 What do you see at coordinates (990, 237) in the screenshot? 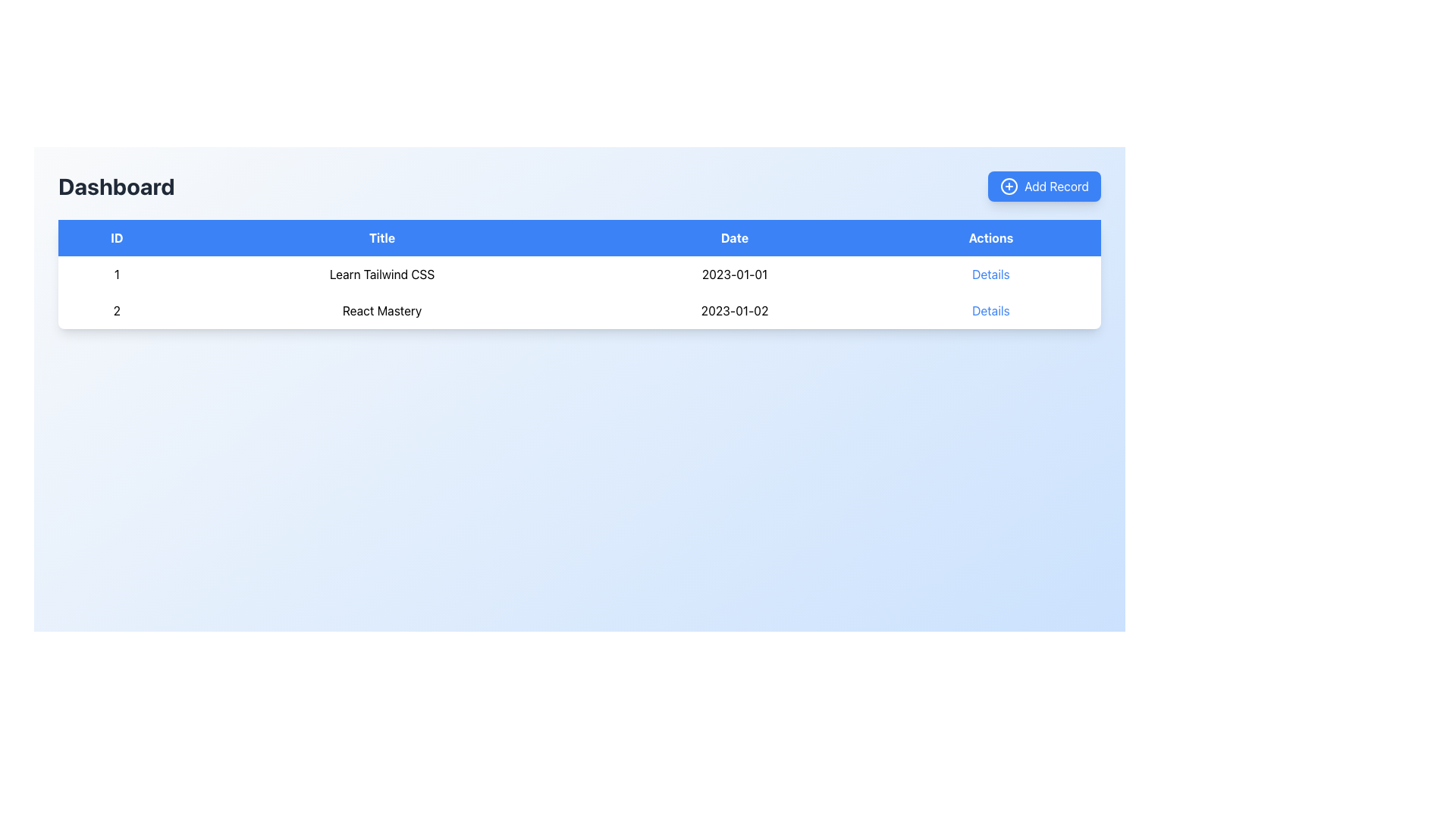
I see `the header label for the fourth column in the table, which follows 'ID', 'Title', and 'Date'` at bounding box center [990, 237].